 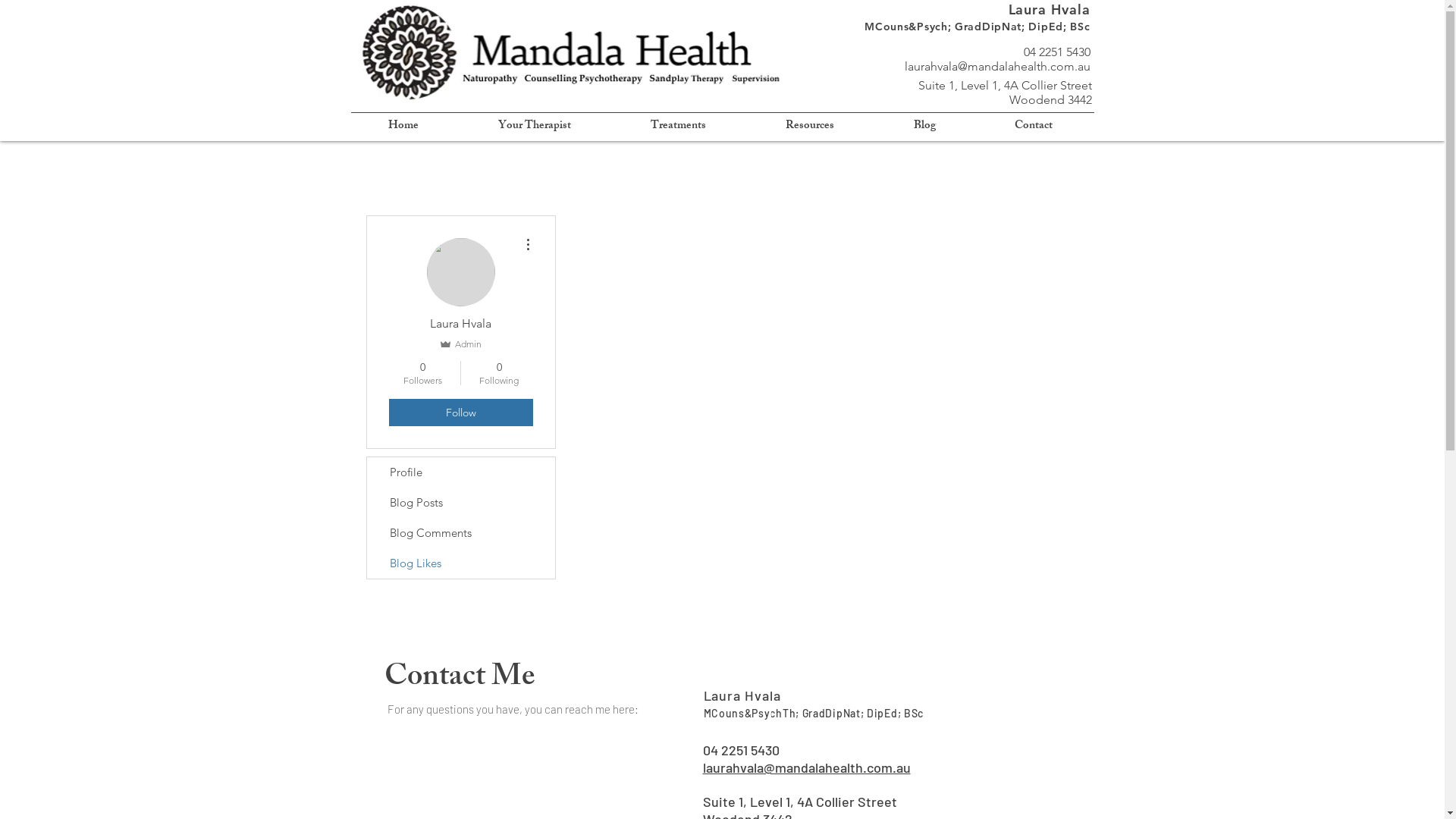 What do you see at coordinates (403, 125) in the screenshot?
I see `'Home'` at bounding box center [403, 125].